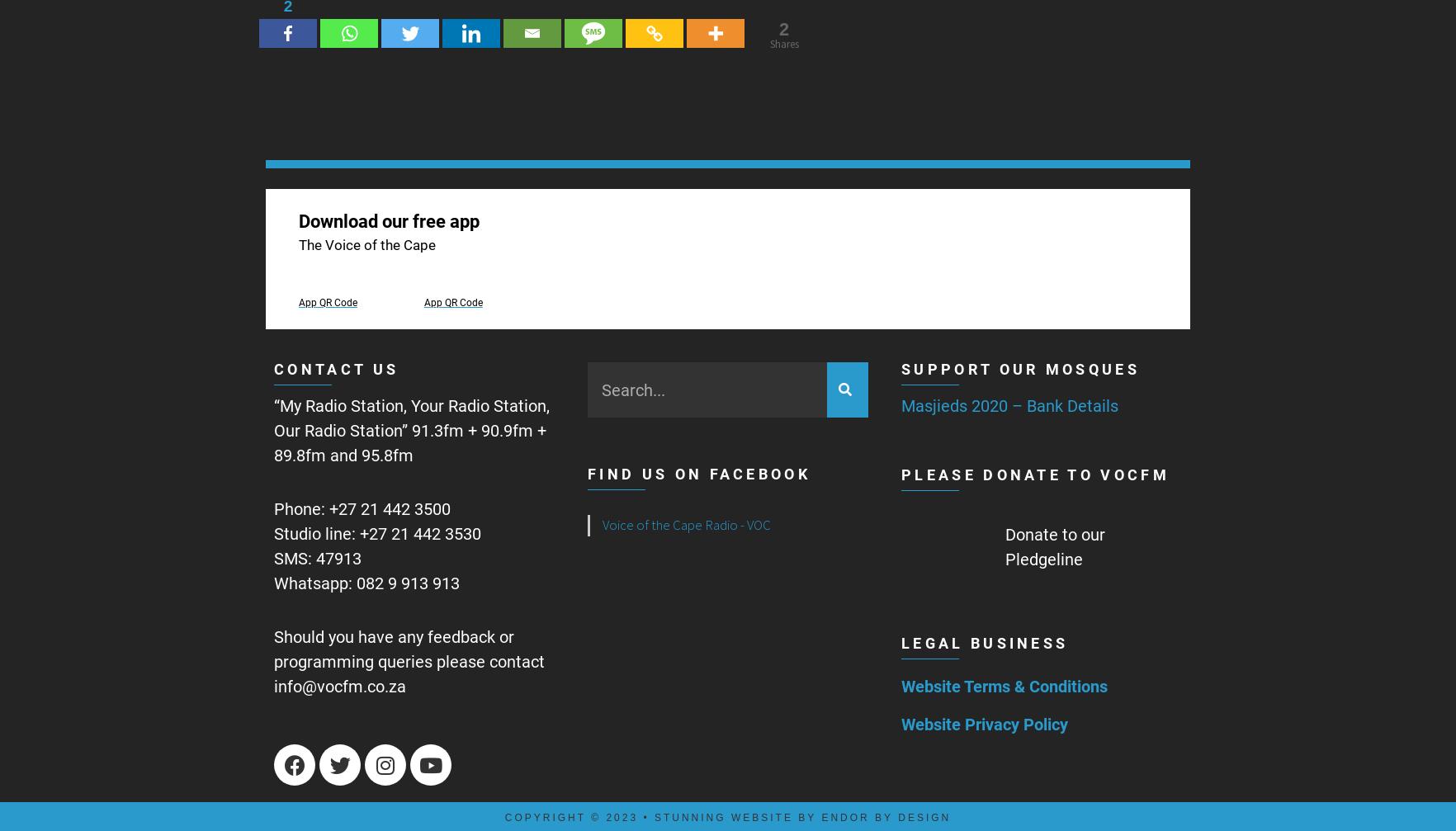 The width and height of the screenshot is (1456, 831). What do you see at coordinates (662, 816) in the screenshot?
I see `'Copyright © 2023 • Stunning website by'` at bounding box center [662, 816].